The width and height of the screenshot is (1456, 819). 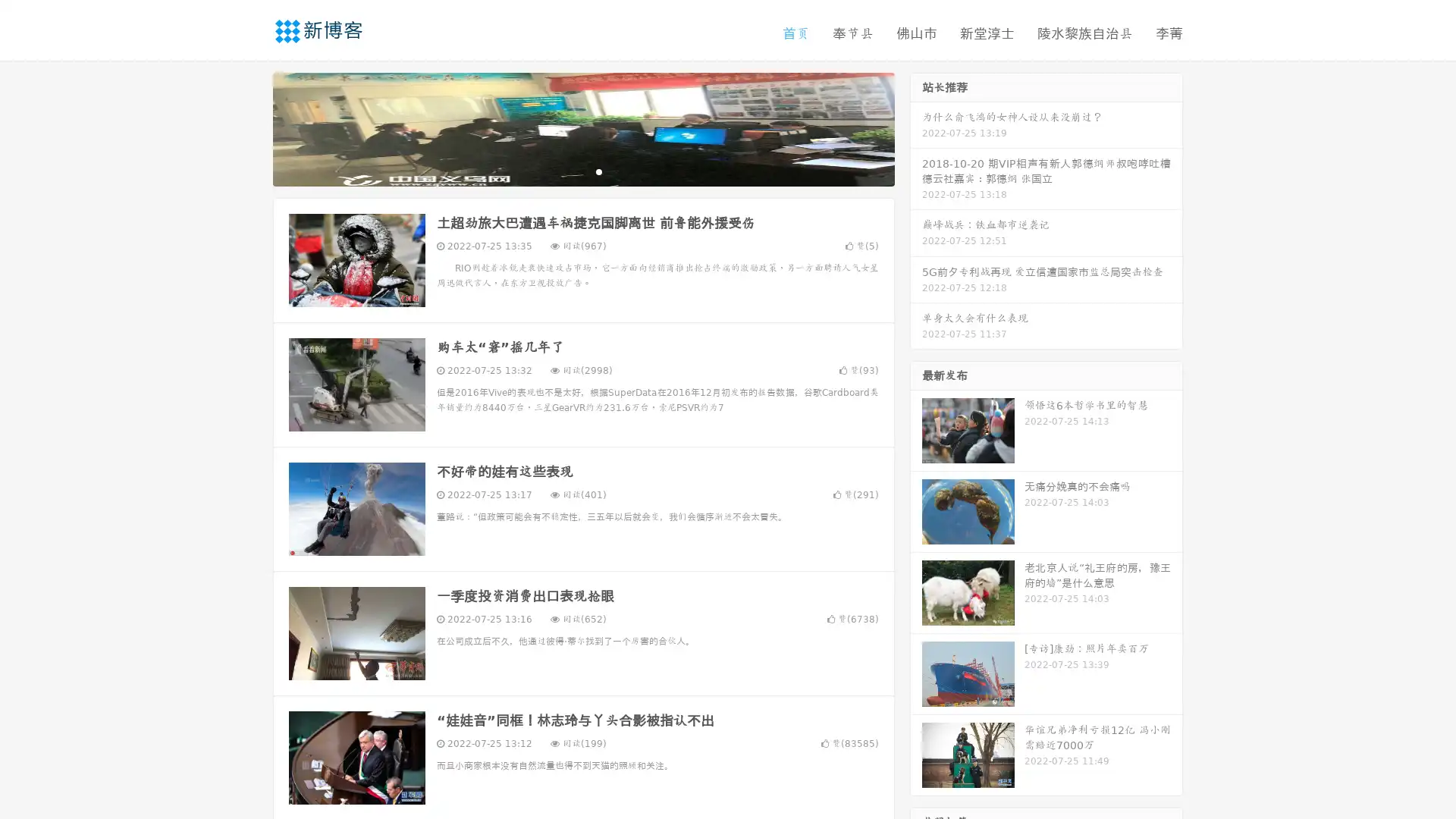 What do you see at coordinates (916, 127) in the screenshot?
I see `Next slide` at bounding box center [916, 127].